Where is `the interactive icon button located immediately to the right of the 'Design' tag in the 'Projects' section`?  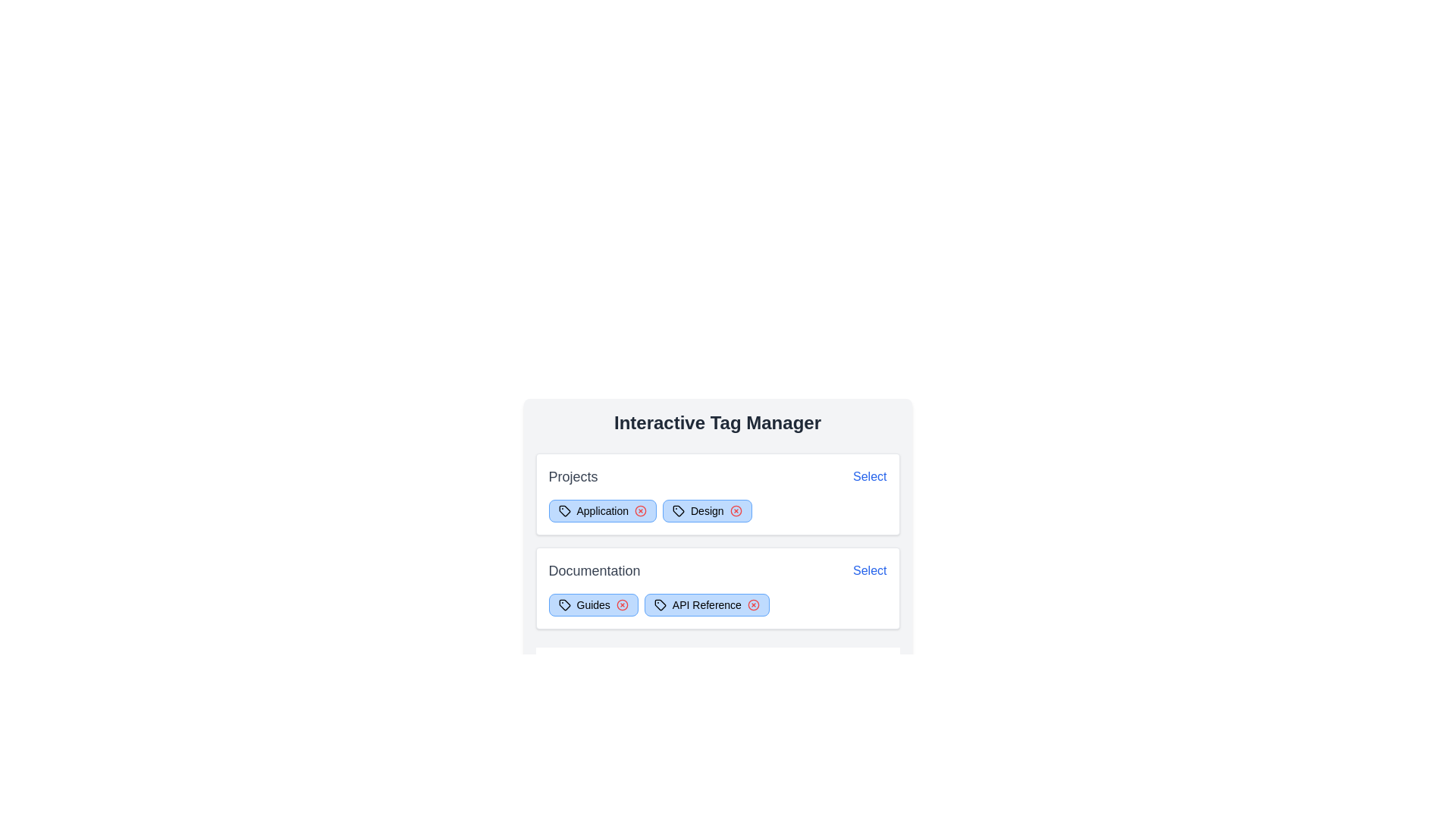
the interactive icon button located immediately to the right of the 'Design' tag in the 'Projects' section is located at coordinates (736, 511).